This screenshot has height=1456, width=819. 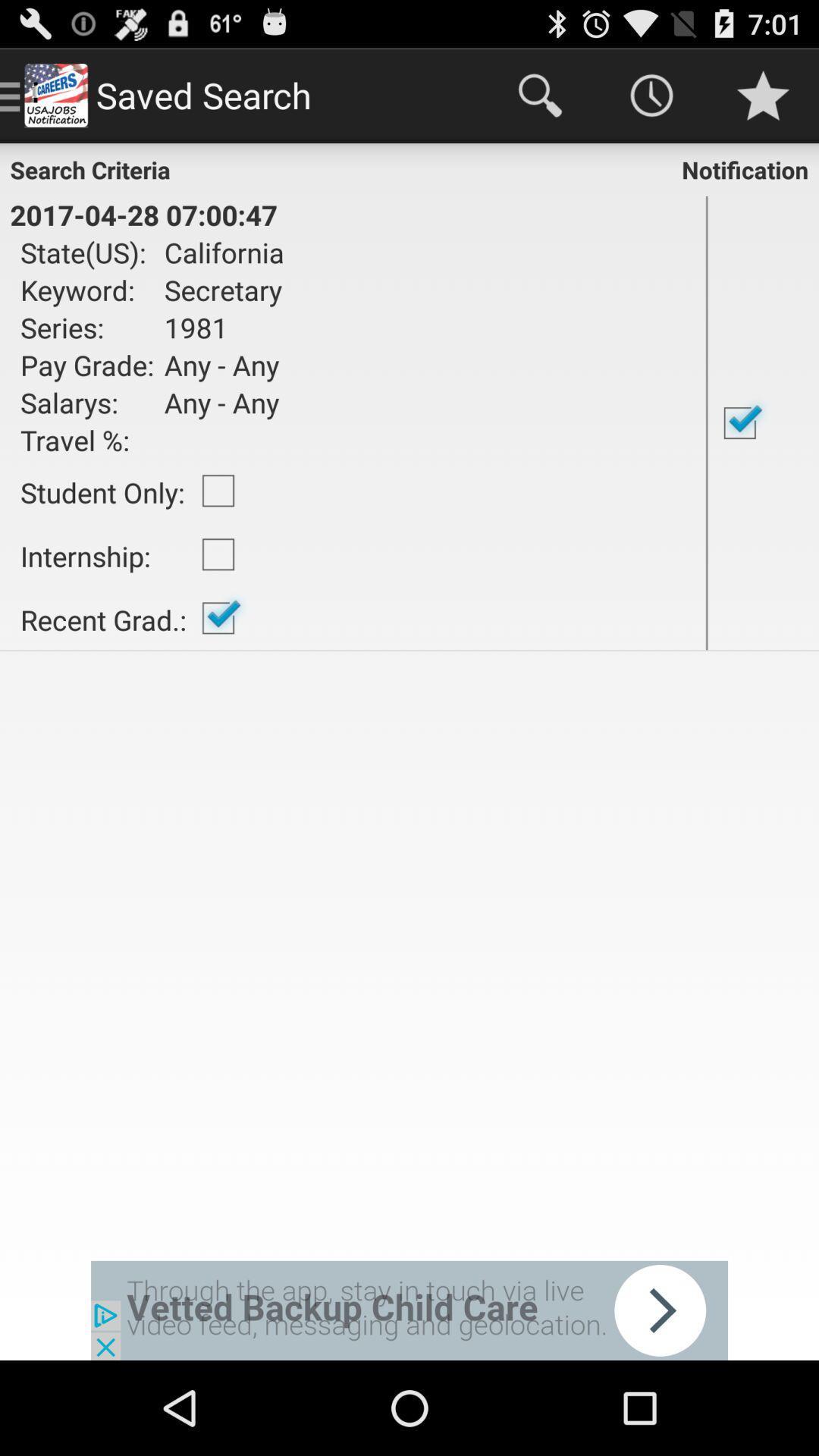 What do you see at coordinates (219, 290) in the screenshot?
I see `item to the right of state(us):` at bounding box center [219, 290].